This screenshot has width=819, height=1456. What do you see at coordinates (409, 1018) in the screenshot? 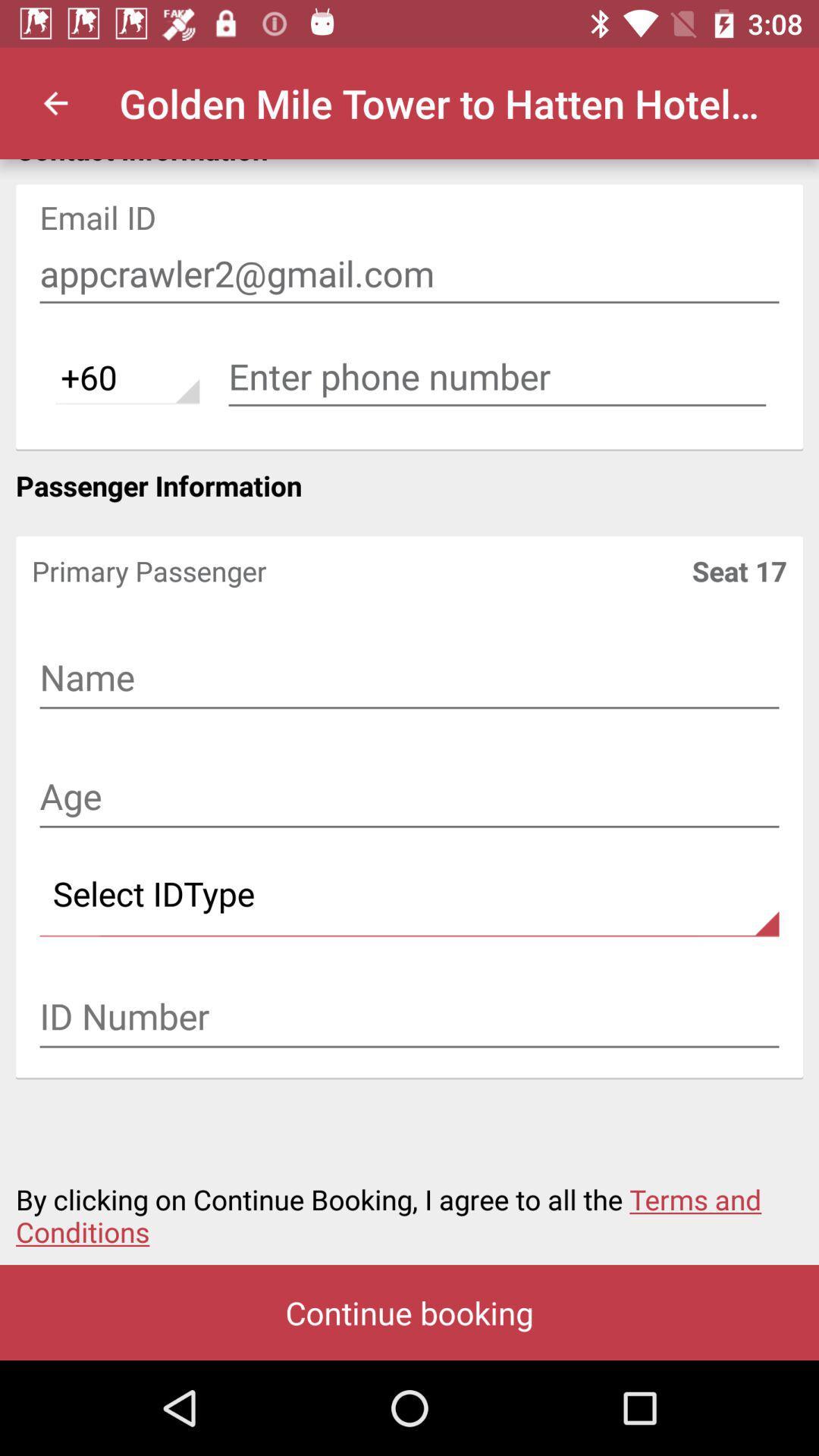
I see `item below select idtype item` at bounding box center [409, 1018].